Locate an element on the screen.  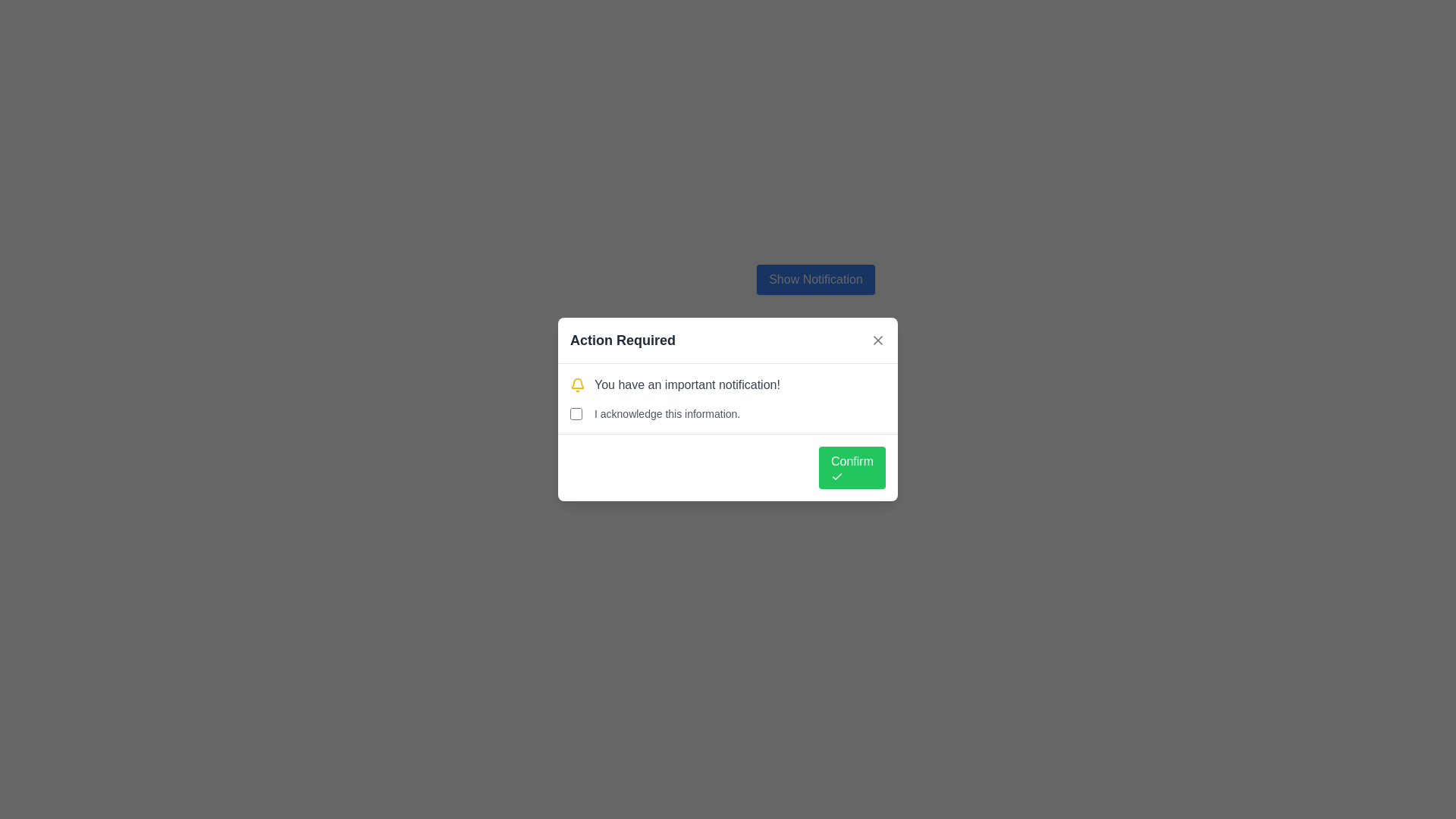
the static informative text displaying 'You have an important notification!' within the modal dialog box titled 'Action Required.' is located at coordinates (686, 384).